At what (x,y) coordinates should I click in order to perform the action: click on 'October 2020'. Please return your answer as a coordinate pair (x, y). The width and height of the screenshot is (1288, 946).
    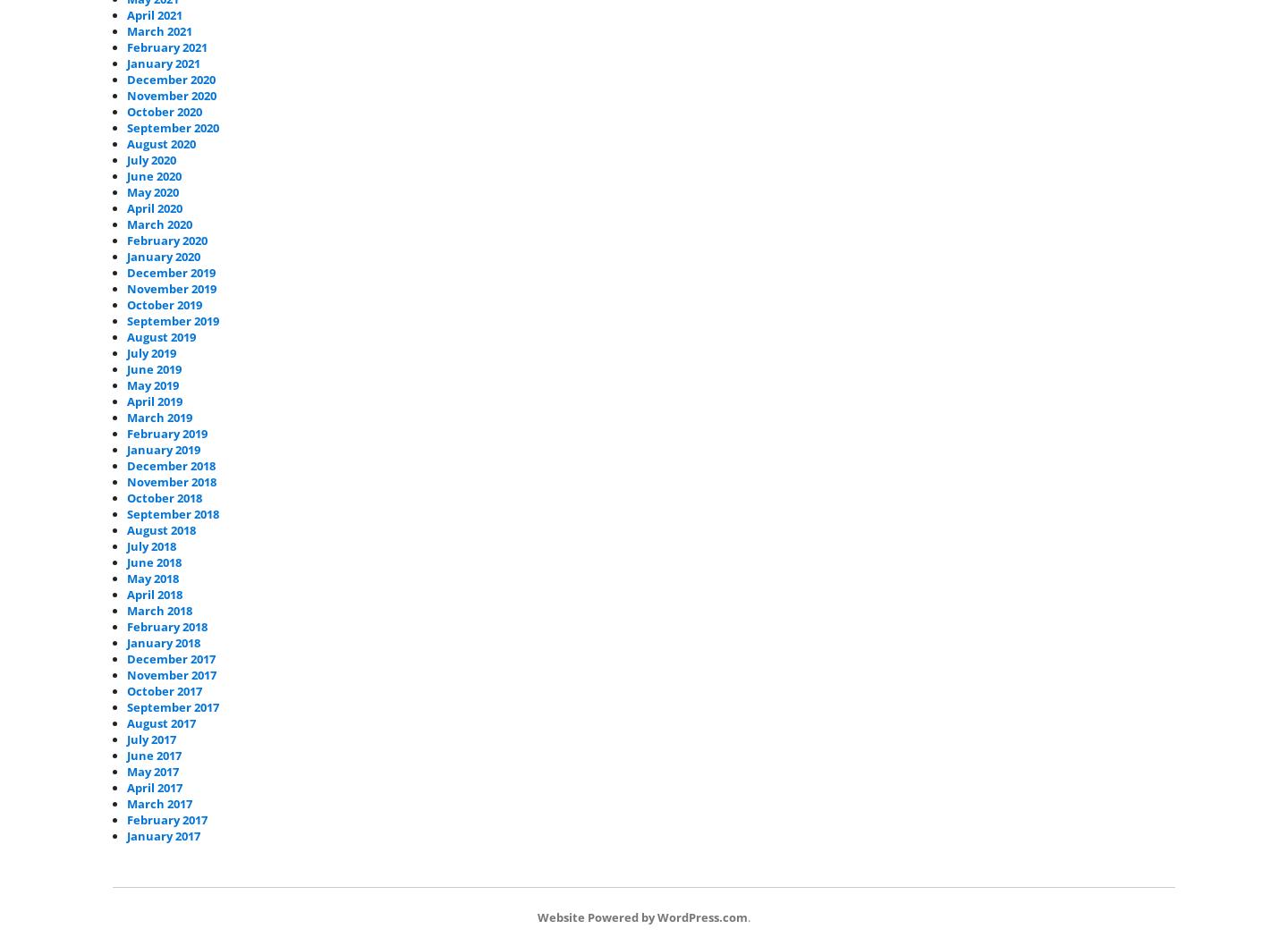
    Looking at the image, I should click on (165, 109).